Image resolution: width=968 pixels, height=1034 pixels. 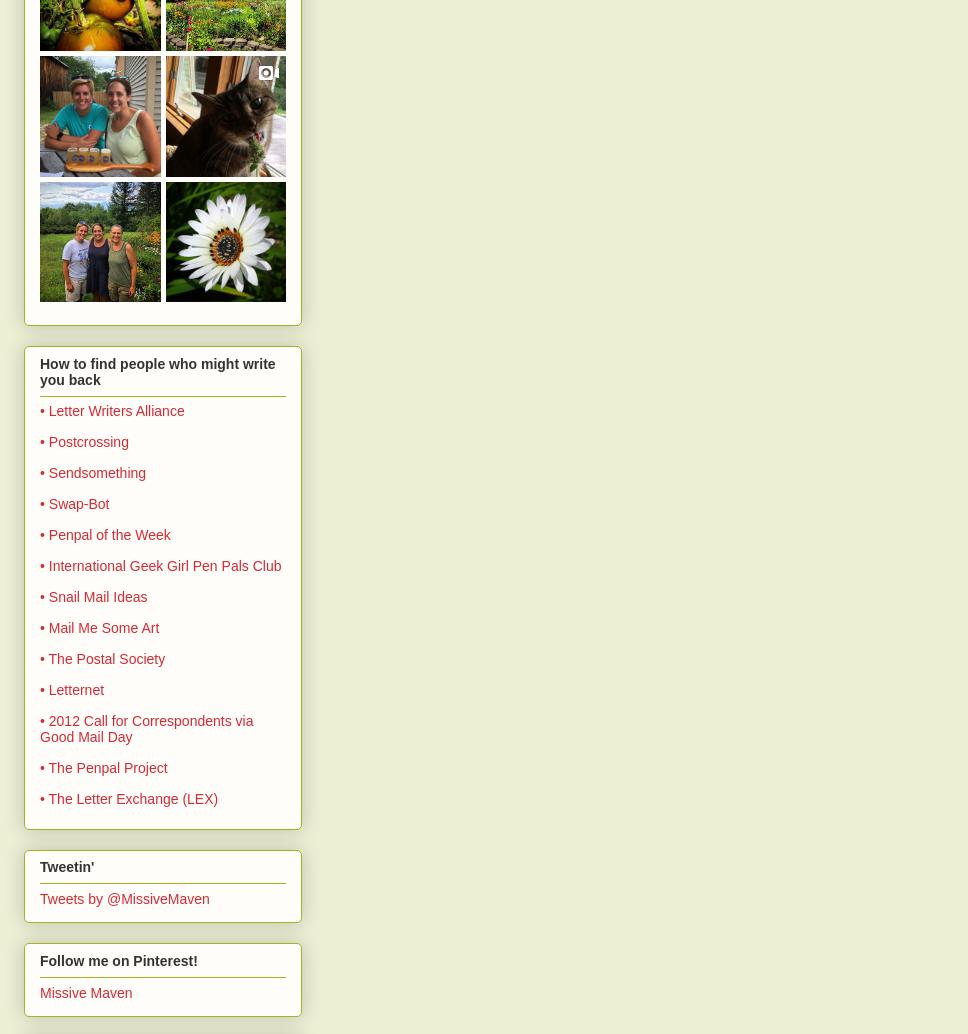 I want to click on '• Letternet', so click(x=39, y=688).